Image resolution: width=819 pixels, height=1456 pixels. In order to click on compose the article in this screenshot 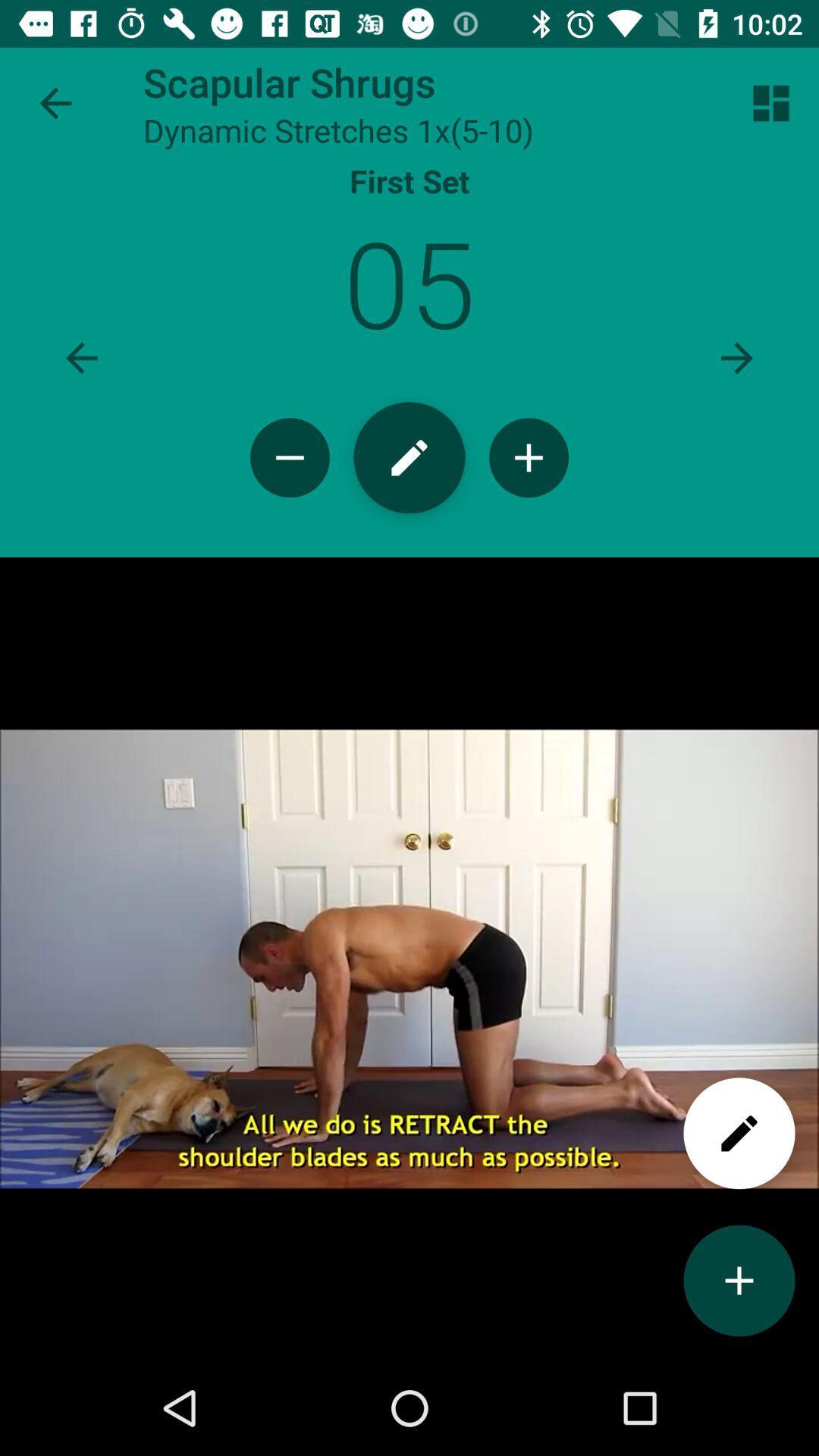, I will do `click(409, 457)`.